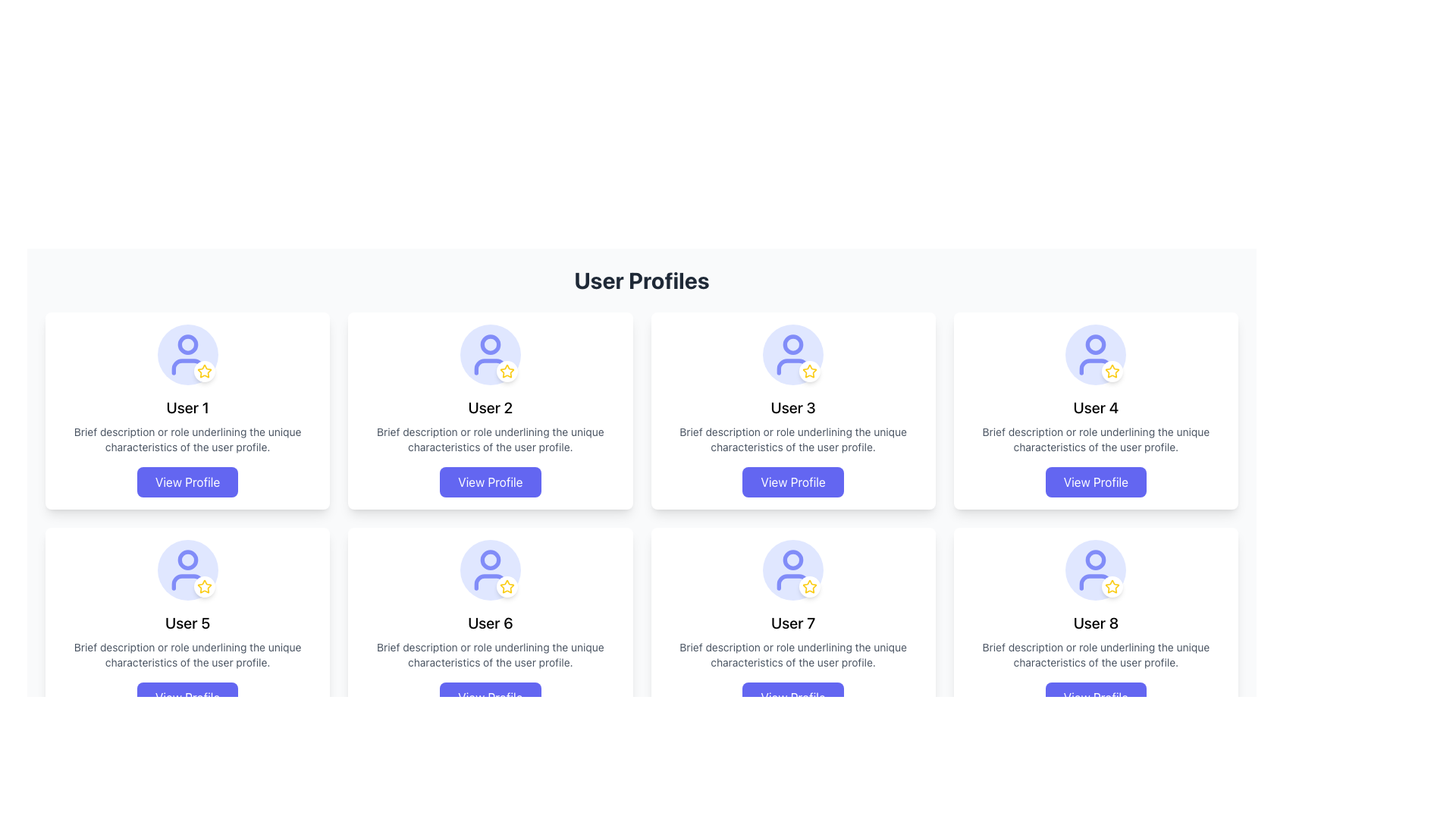  Describe the element at coordinates (187, 570) in the screenshot. I see `the visual avatar representing 'User 5' in the user profiles grid, located in the second row, first column` at that location.